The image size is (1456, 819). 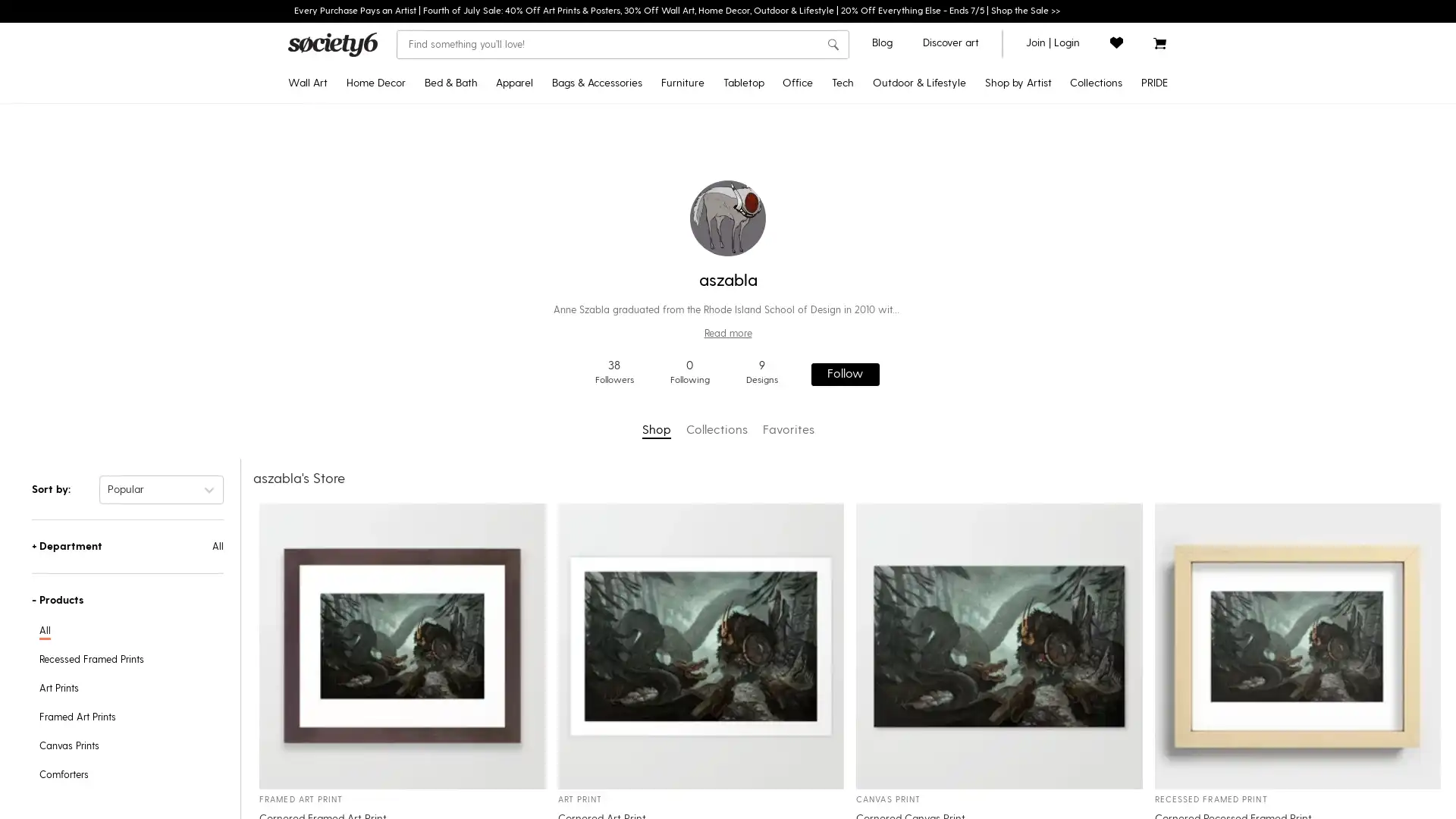 What do you see at coordinates (771, 243) in the screenshot?
I see `Coasters` at bounding box center [771, 243].